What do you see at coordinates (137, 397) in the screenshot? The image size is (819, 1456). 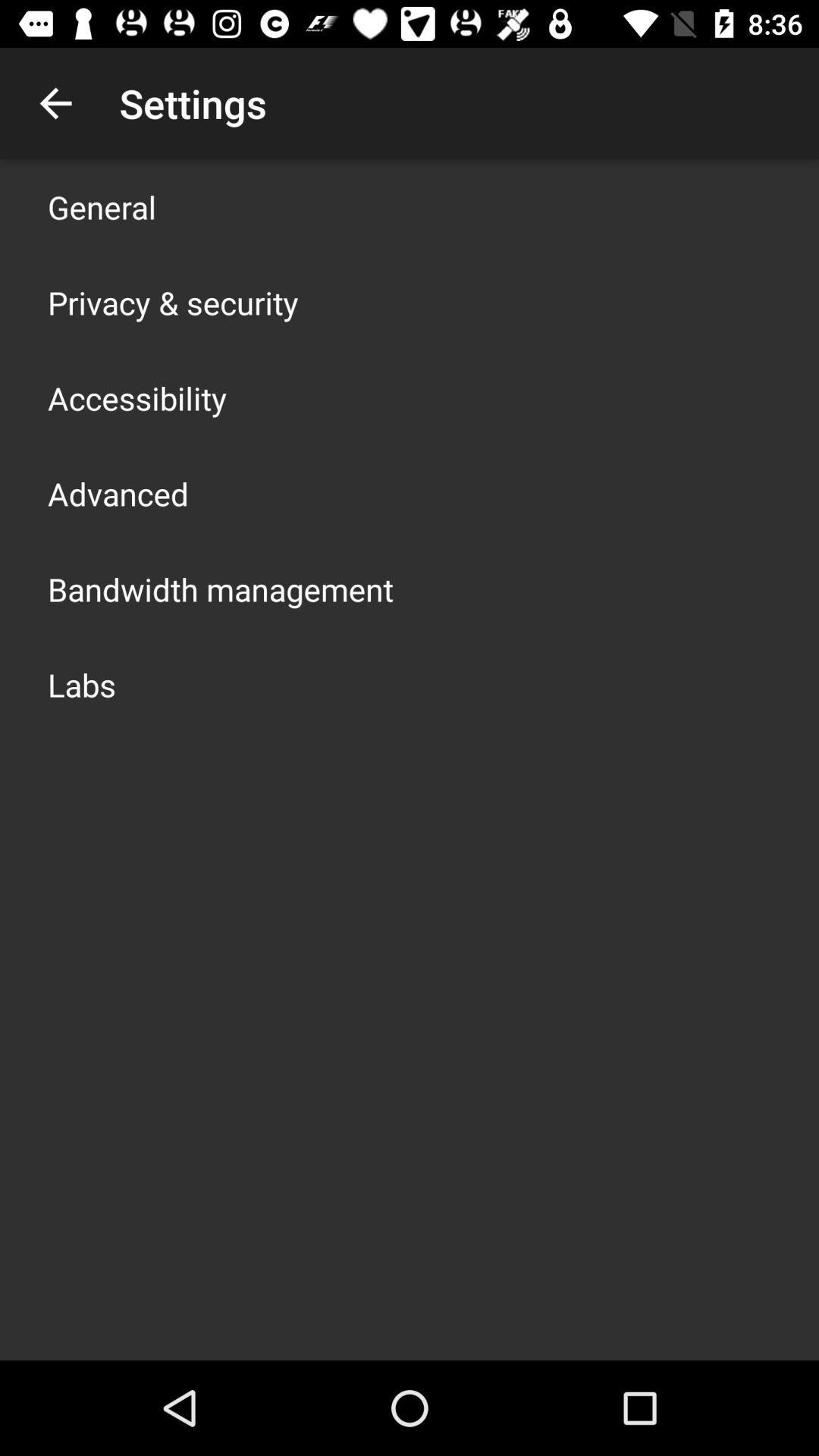 I see `the item above the advanced item` at bounding box center [137, 397].